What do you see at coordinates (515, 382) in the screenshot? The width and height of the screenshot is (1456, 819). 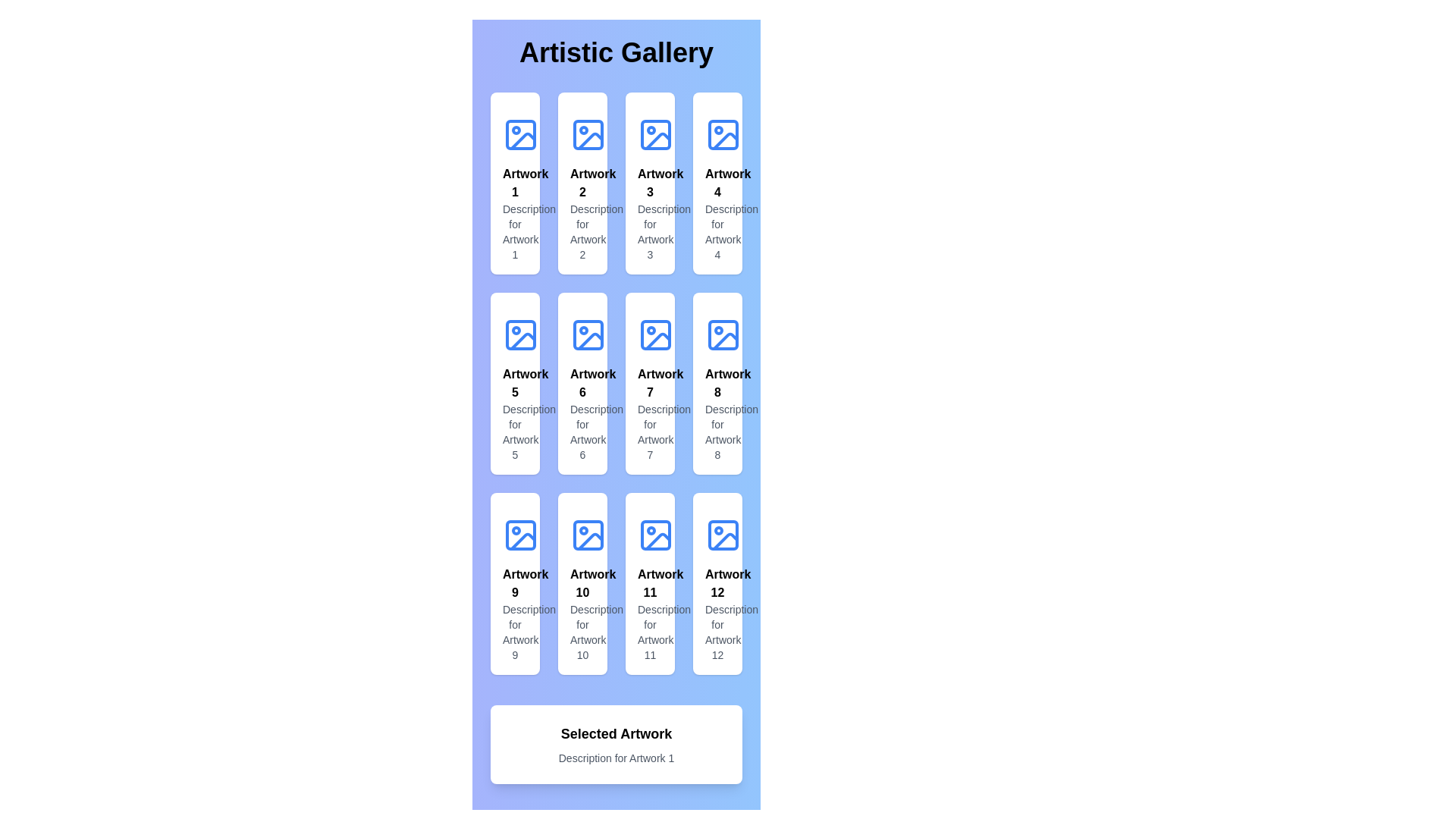 I see `the text label displaying 'Artwork 5', which is part of a grid of artwork cards and is positioned below 'Artwork 1' and to the left of 'Artwork 6'` at bounding box center [515, 382].